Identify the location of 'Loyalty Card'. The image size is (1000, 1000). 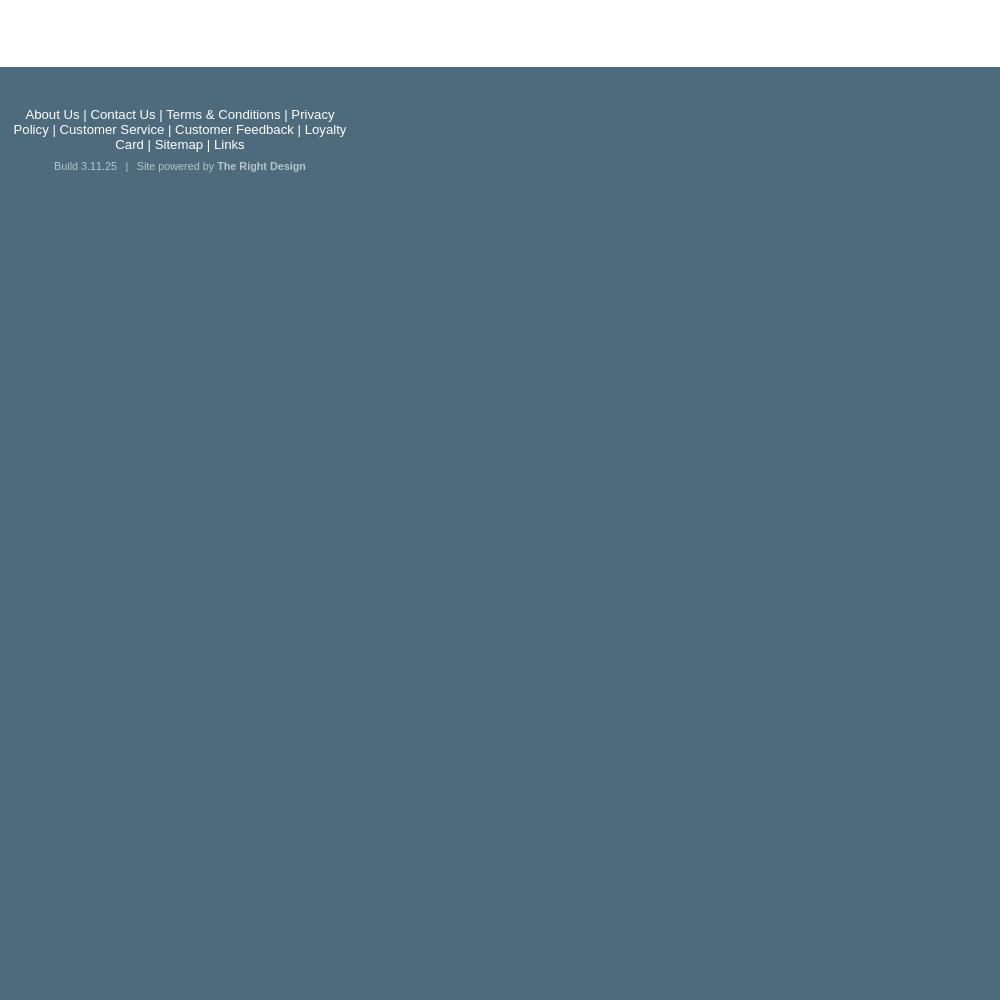
(229, 137).